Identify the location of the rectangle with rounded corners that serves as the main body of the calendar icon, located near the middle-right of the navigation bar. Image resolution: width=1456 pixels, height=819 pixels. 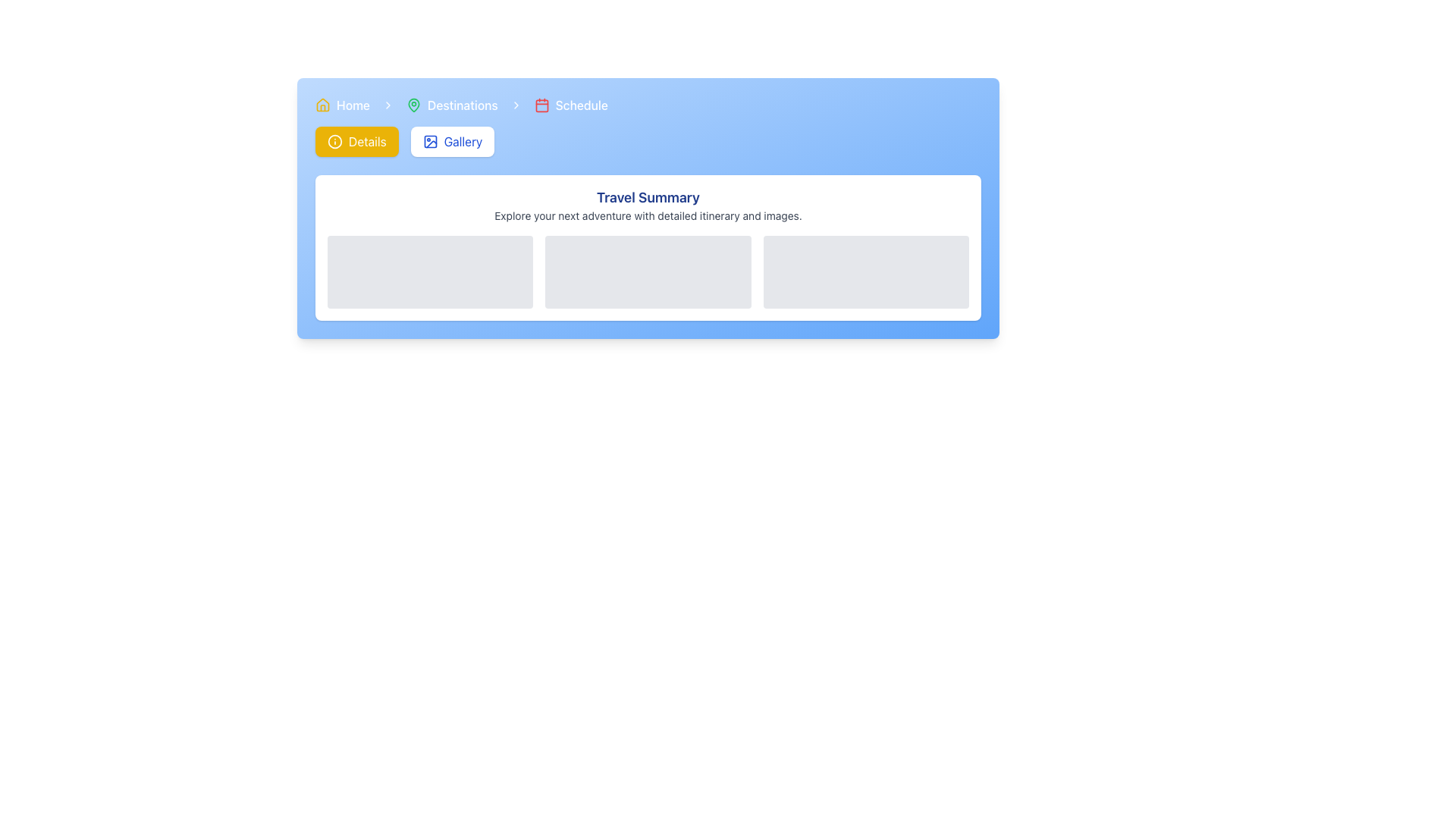
(541, 105).